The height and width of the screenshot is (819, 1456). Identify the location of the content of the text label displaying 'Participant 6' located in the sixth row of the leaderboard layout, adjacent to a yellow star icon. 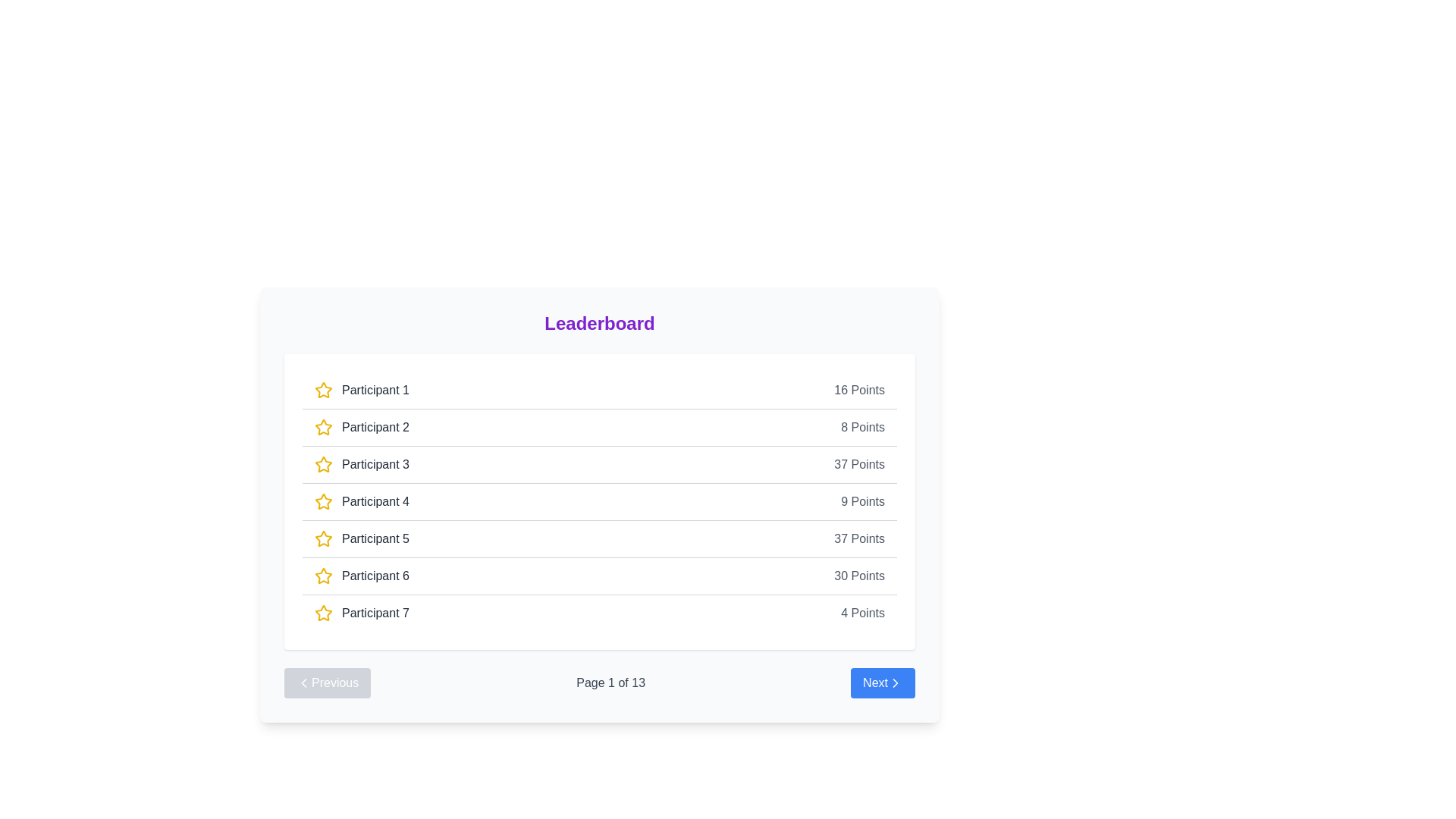
(361, 576).